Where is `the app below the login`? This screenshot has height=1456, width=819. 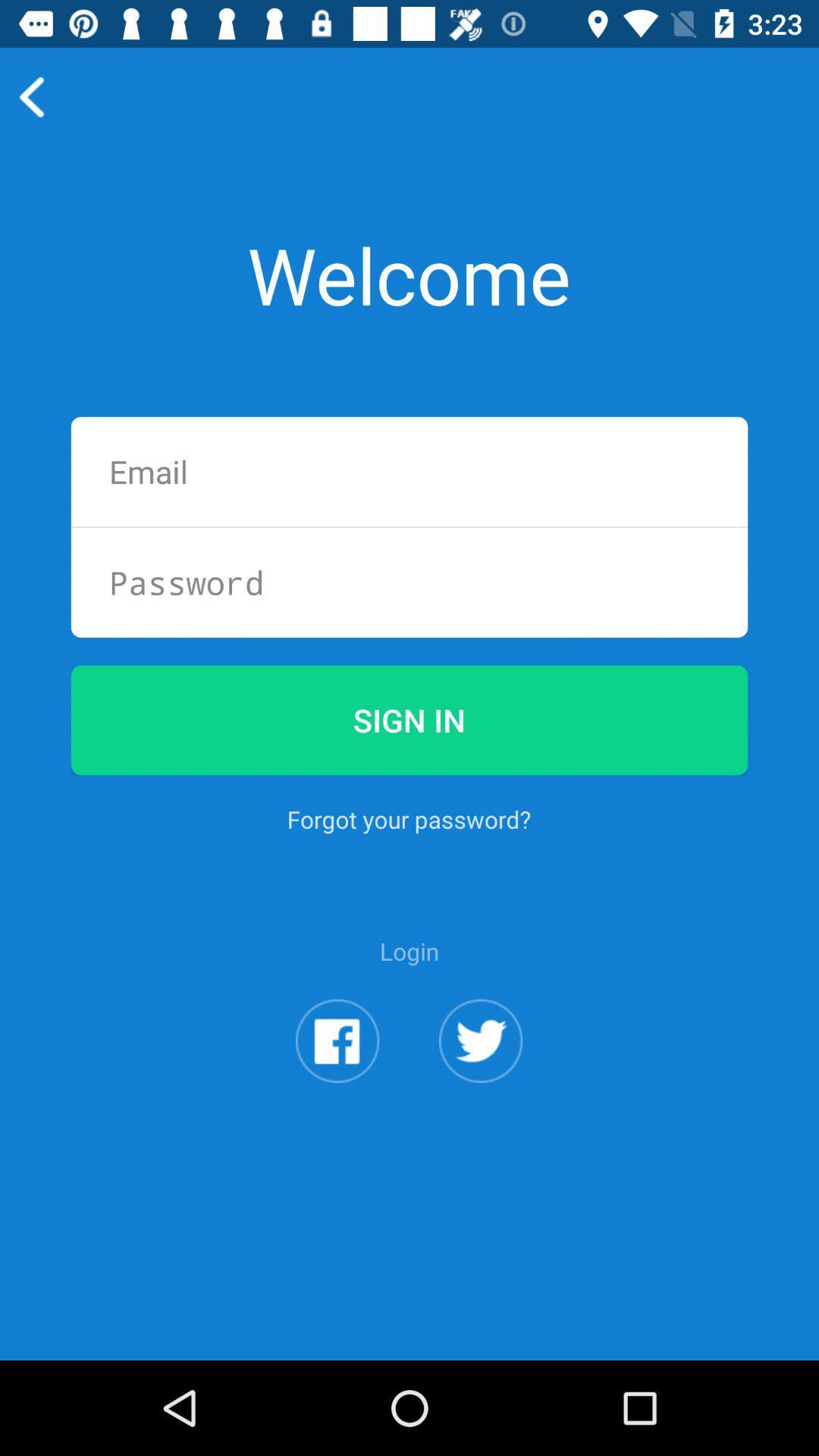 the app below the login is located at coordinates (337, 1040).